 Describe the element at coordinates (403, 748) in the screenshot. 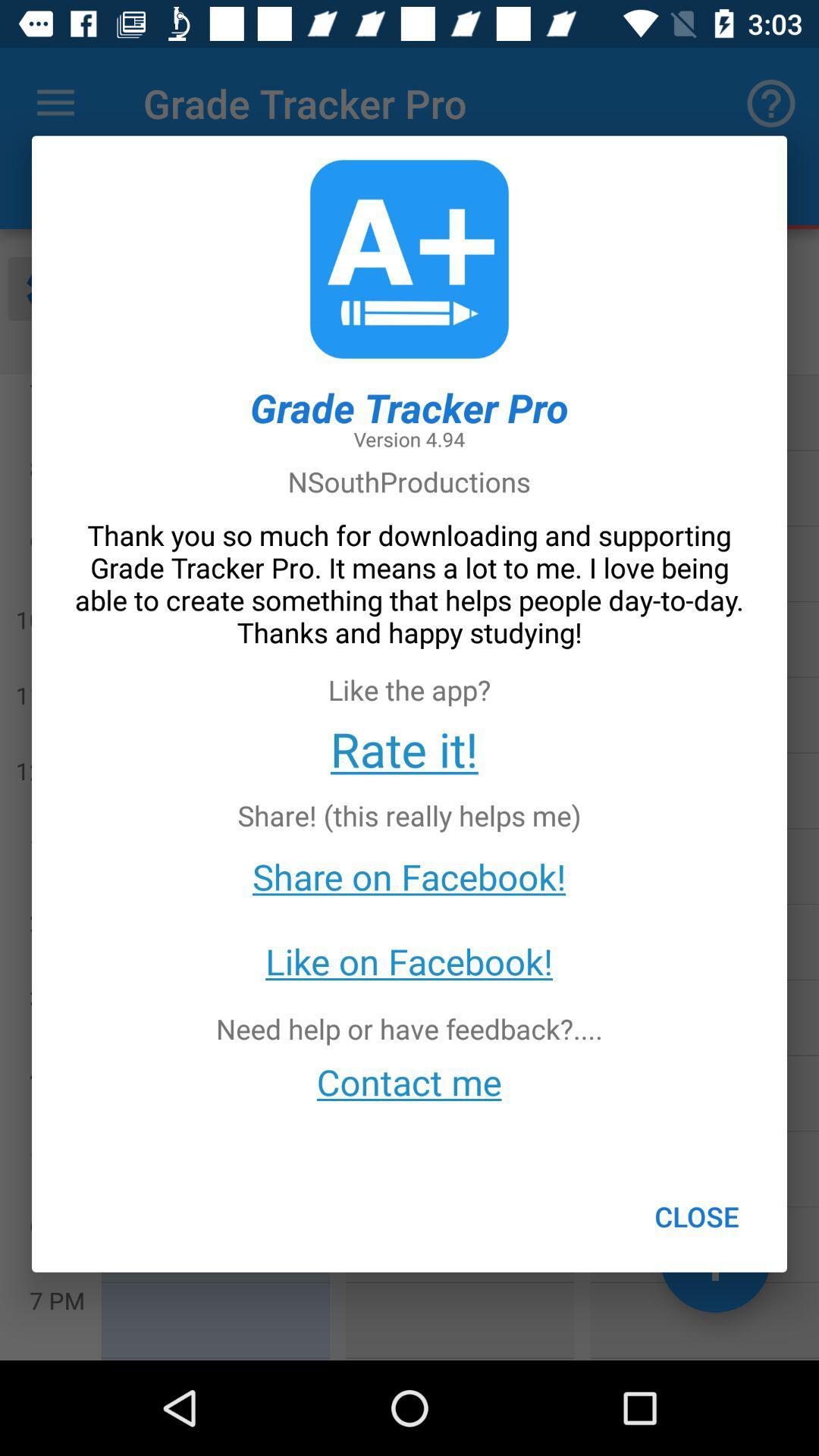

I see `the rate it! icon` at that location.